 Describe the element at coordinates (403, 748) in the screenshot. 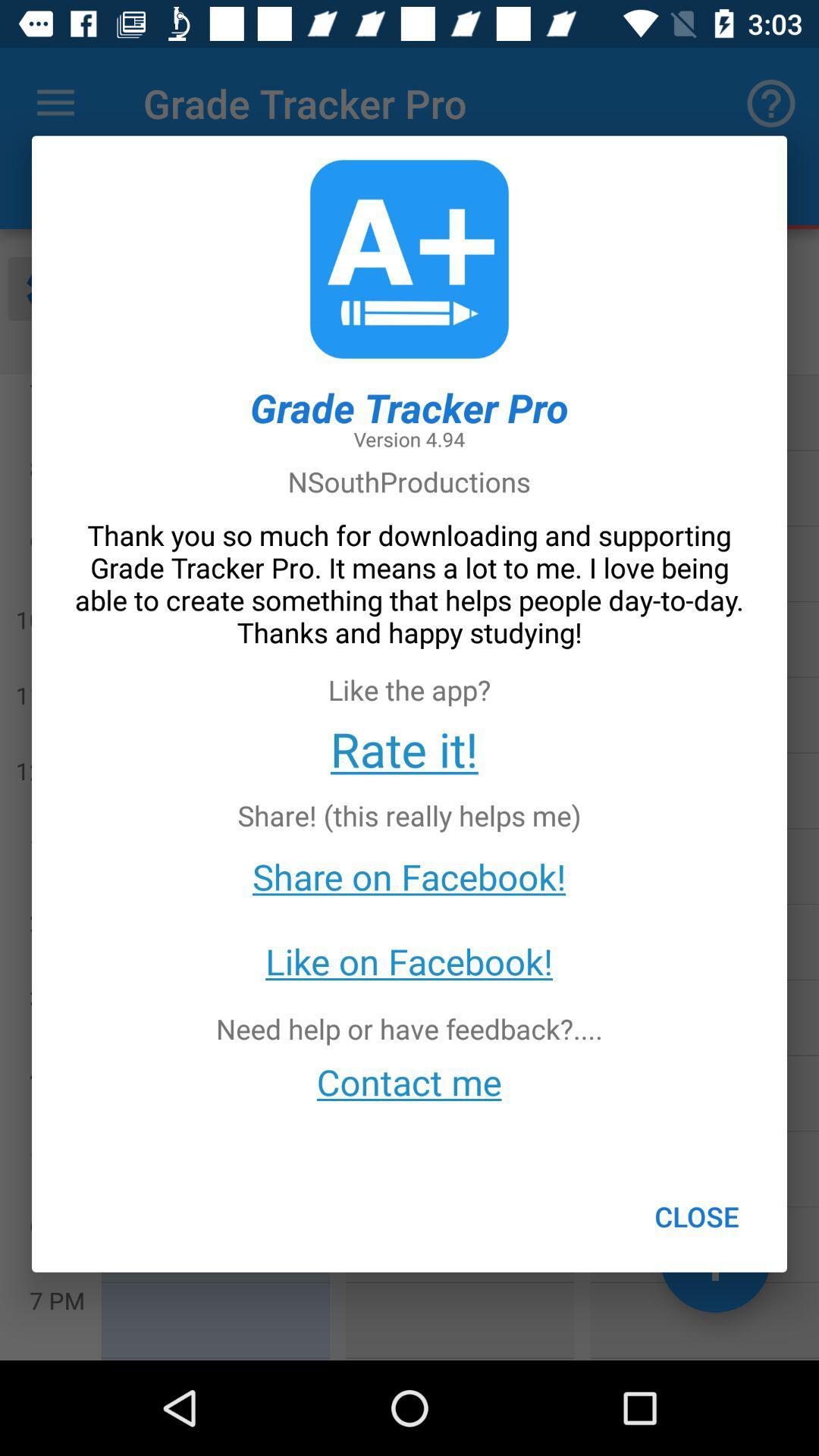

I see `the rate it! icon` at that location.